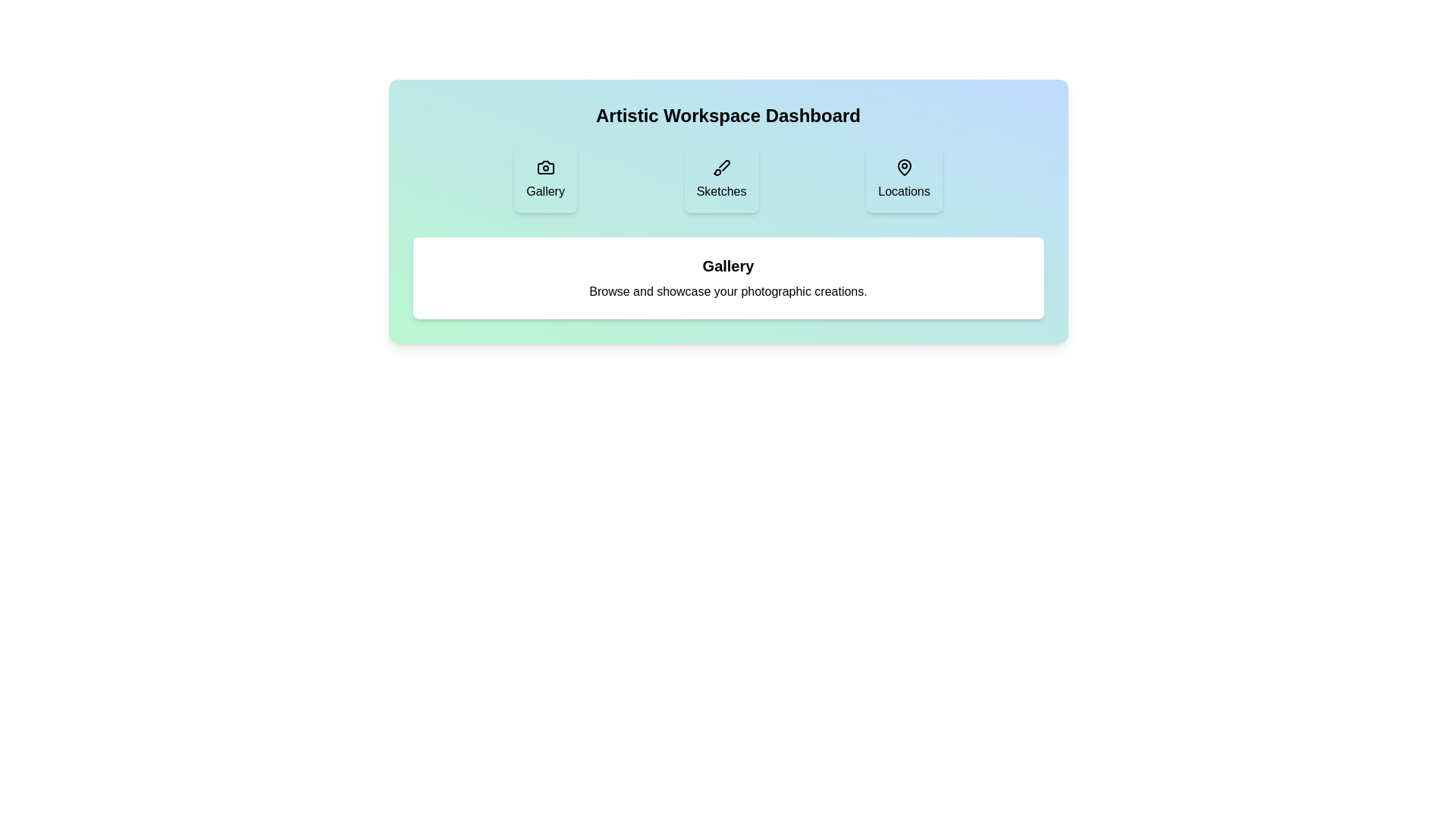 The width and height of the screenshot is (1456, 819). Describe the element at coordinates (545, 178) in the screenshot. I see `the tab labeled 'Gallery' to observe its hover effect` at that location.